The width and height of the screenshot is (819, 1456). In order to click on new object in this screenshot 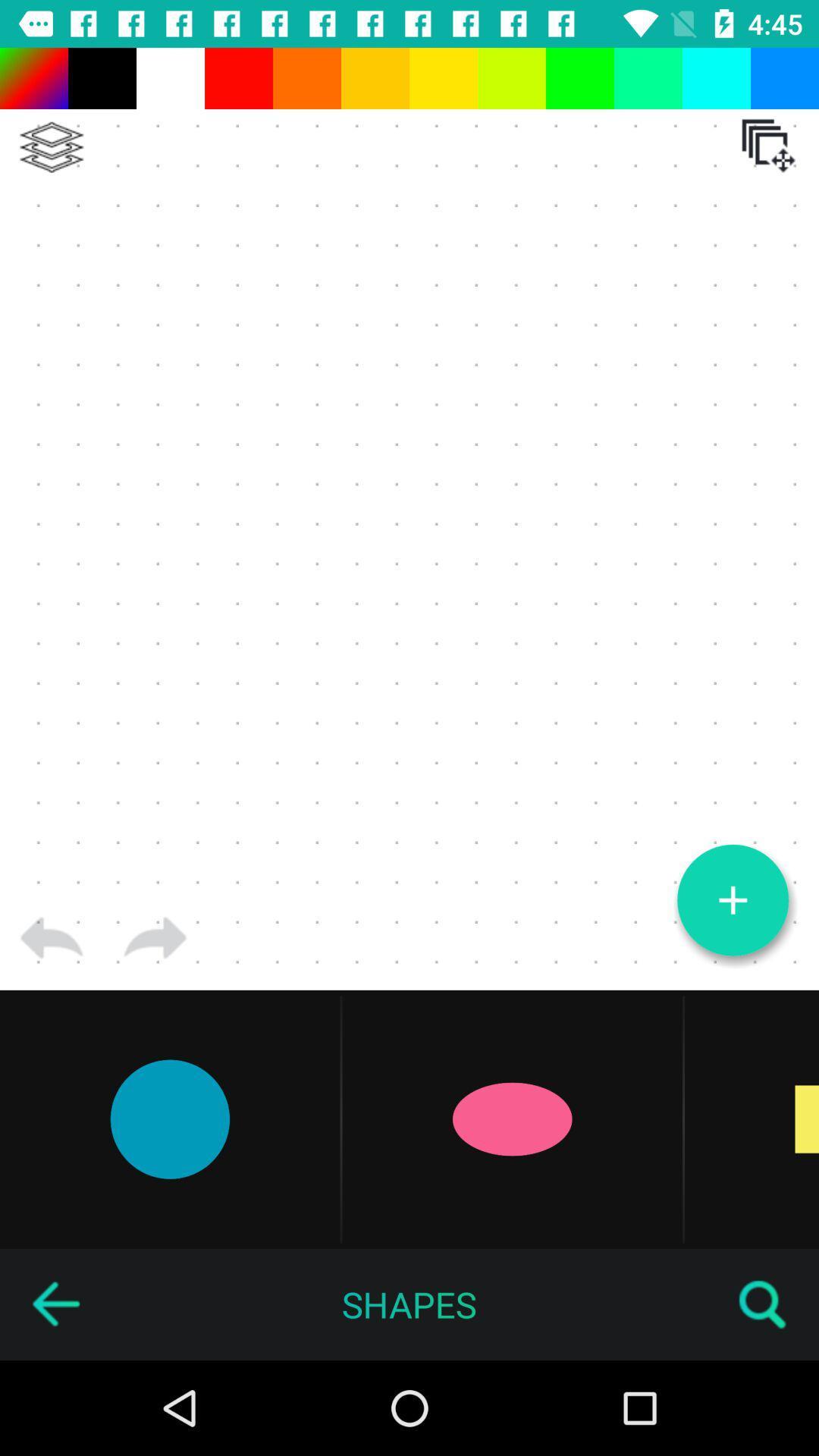, I will do `click(732, 900)`.